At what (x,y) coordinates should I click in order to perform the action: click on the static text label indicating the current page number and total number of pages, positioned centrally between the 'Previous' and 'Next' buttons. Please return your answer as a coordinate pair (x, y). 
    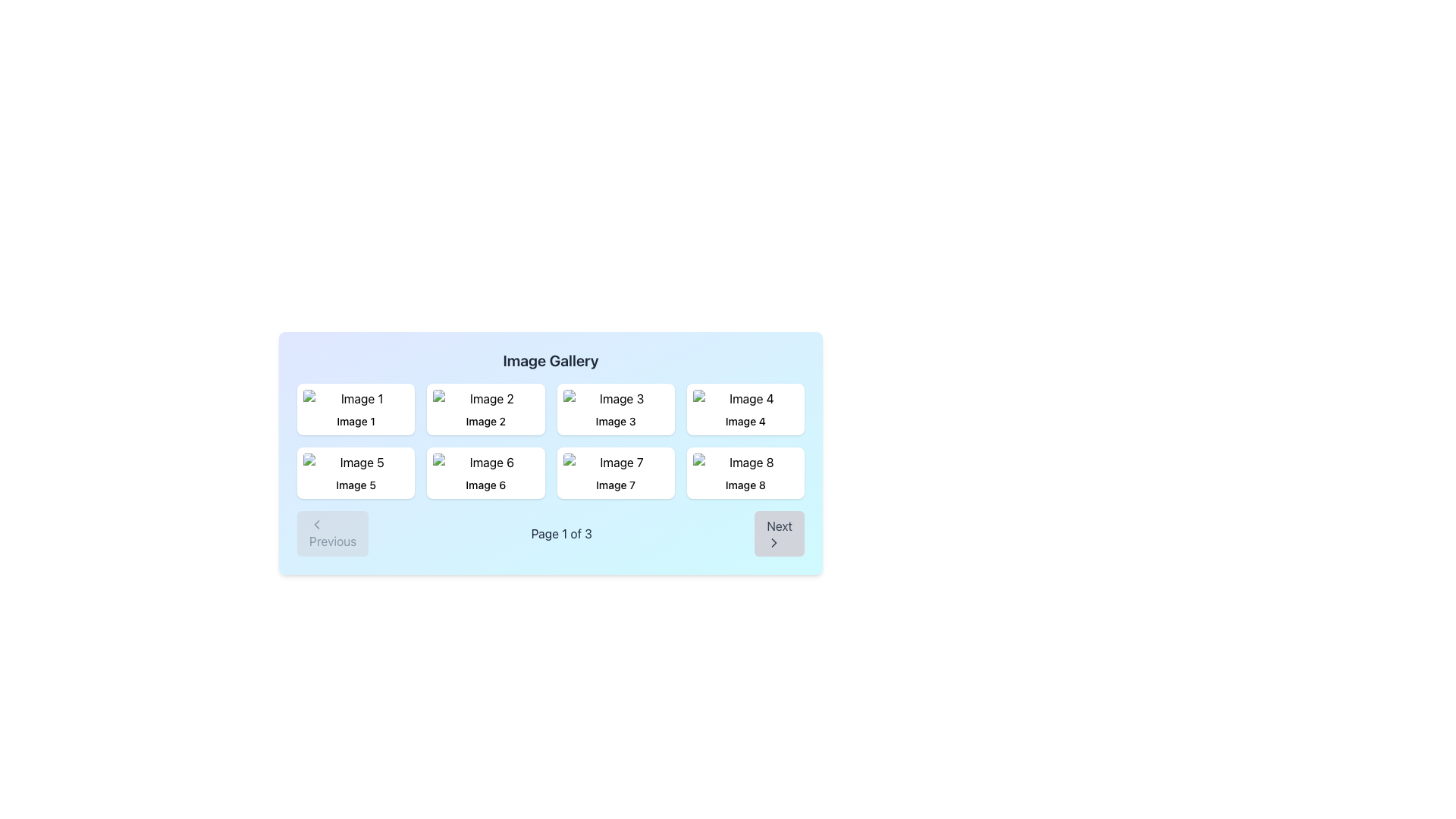
    Looking at the image, I should click on (560, 533).